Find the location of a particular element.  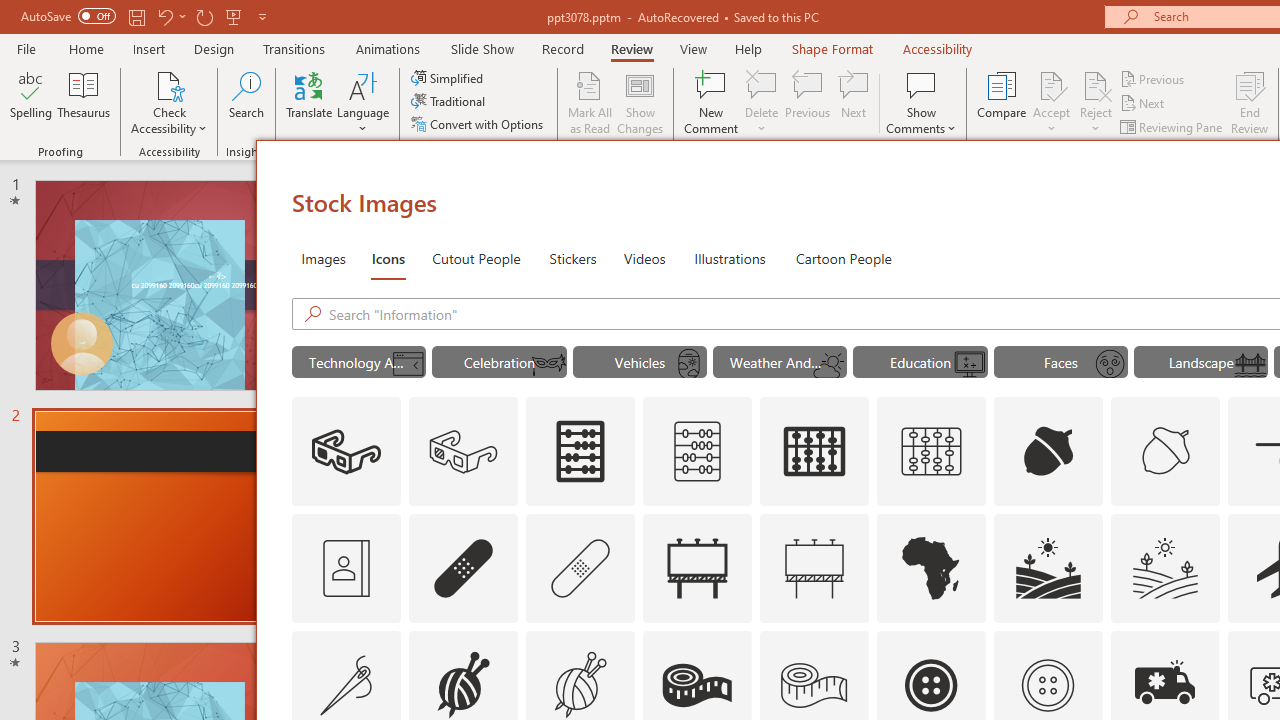

'AutomationID: Icons_Agriculture' is located at coordinates (1047, 568).